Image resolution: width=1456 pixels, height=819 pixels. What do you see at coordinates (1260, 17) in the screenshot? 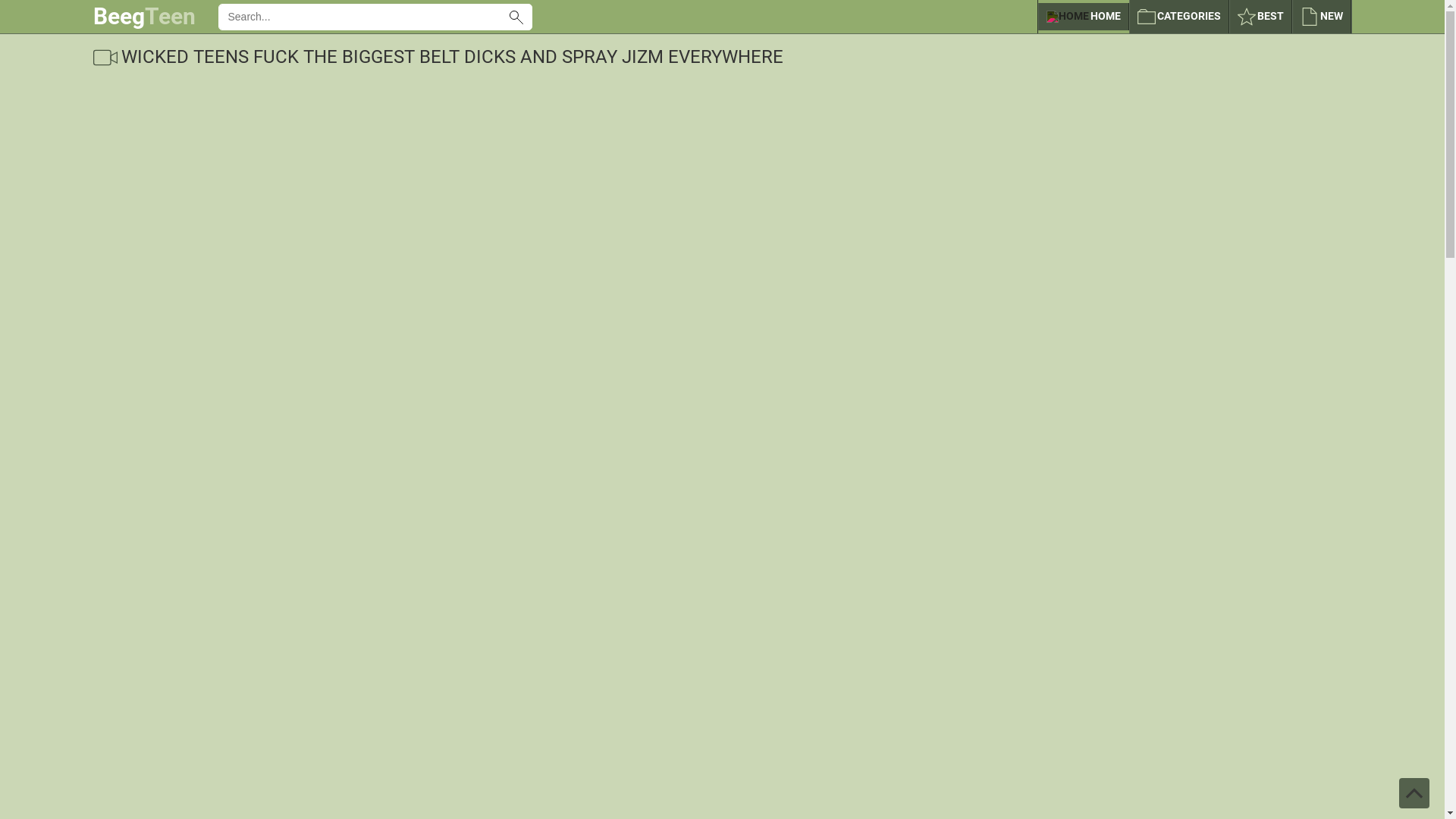
I see `'BEST'` at bounding box center [1260, 17].